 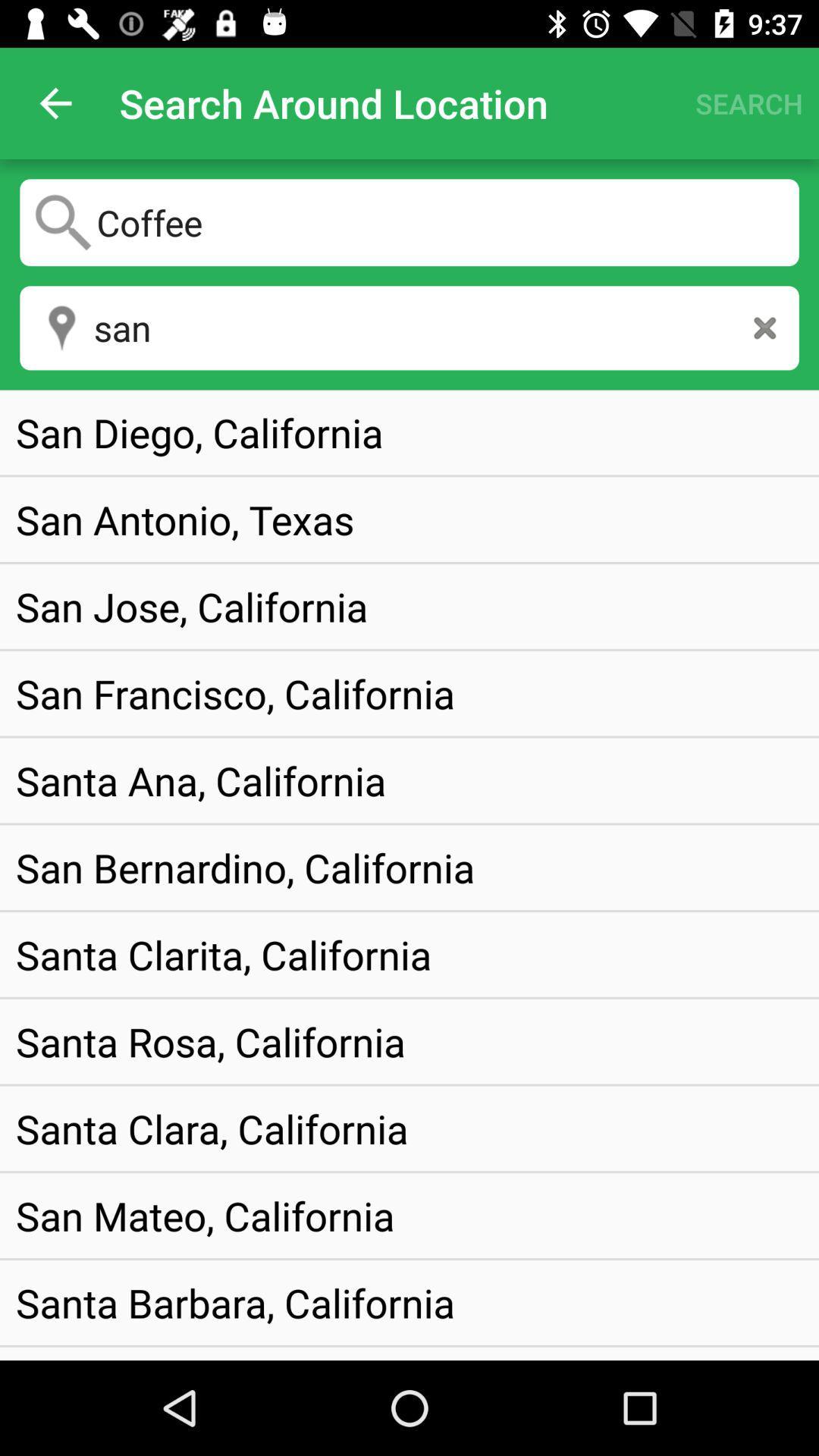 I want to click on santa clarita, california icon, so click(x=224, y=953).